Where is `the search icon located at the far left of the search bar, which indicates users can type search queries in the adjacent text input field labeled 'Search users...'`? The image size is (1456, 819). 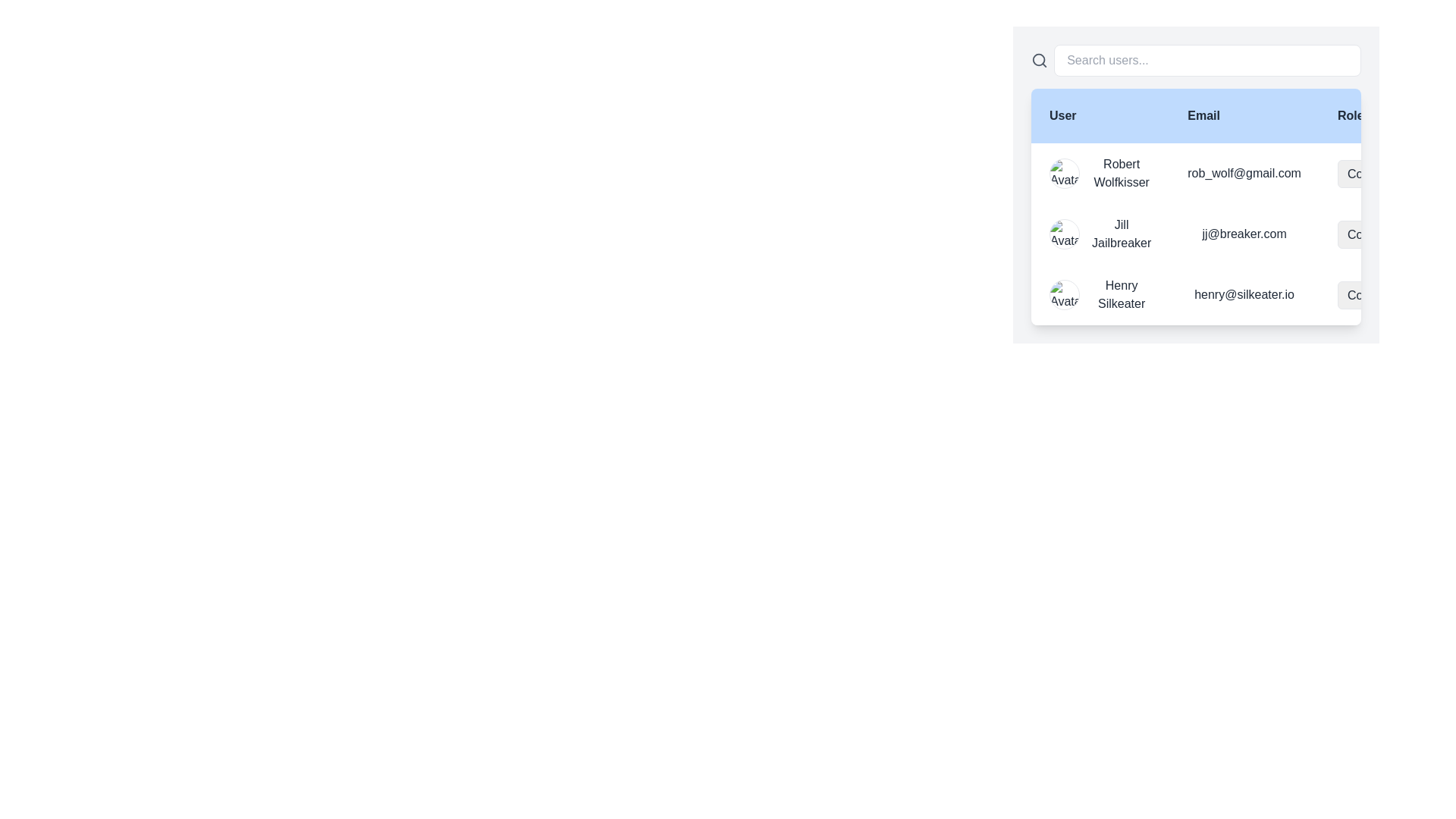 the search icon located at the far left of the search bar, which indicates users can type search queries in the adjacent text input field labeled 'Search users...' is located at coordinates (1039, 60).